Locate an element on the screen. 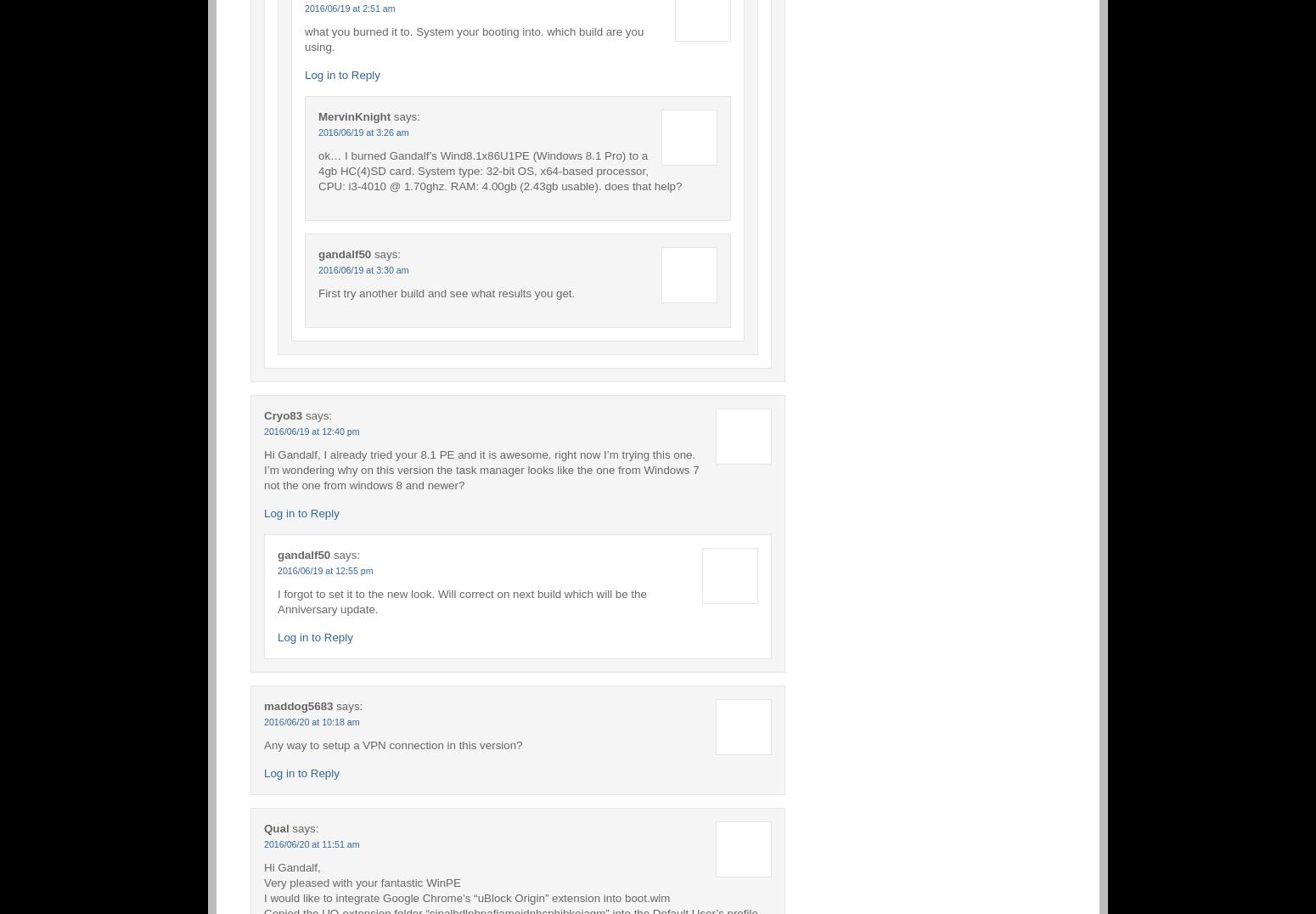 This screenshot has width=1316, height=914. '2016/06/19 at 12:40 pm' is located at coordinates (263, 431).